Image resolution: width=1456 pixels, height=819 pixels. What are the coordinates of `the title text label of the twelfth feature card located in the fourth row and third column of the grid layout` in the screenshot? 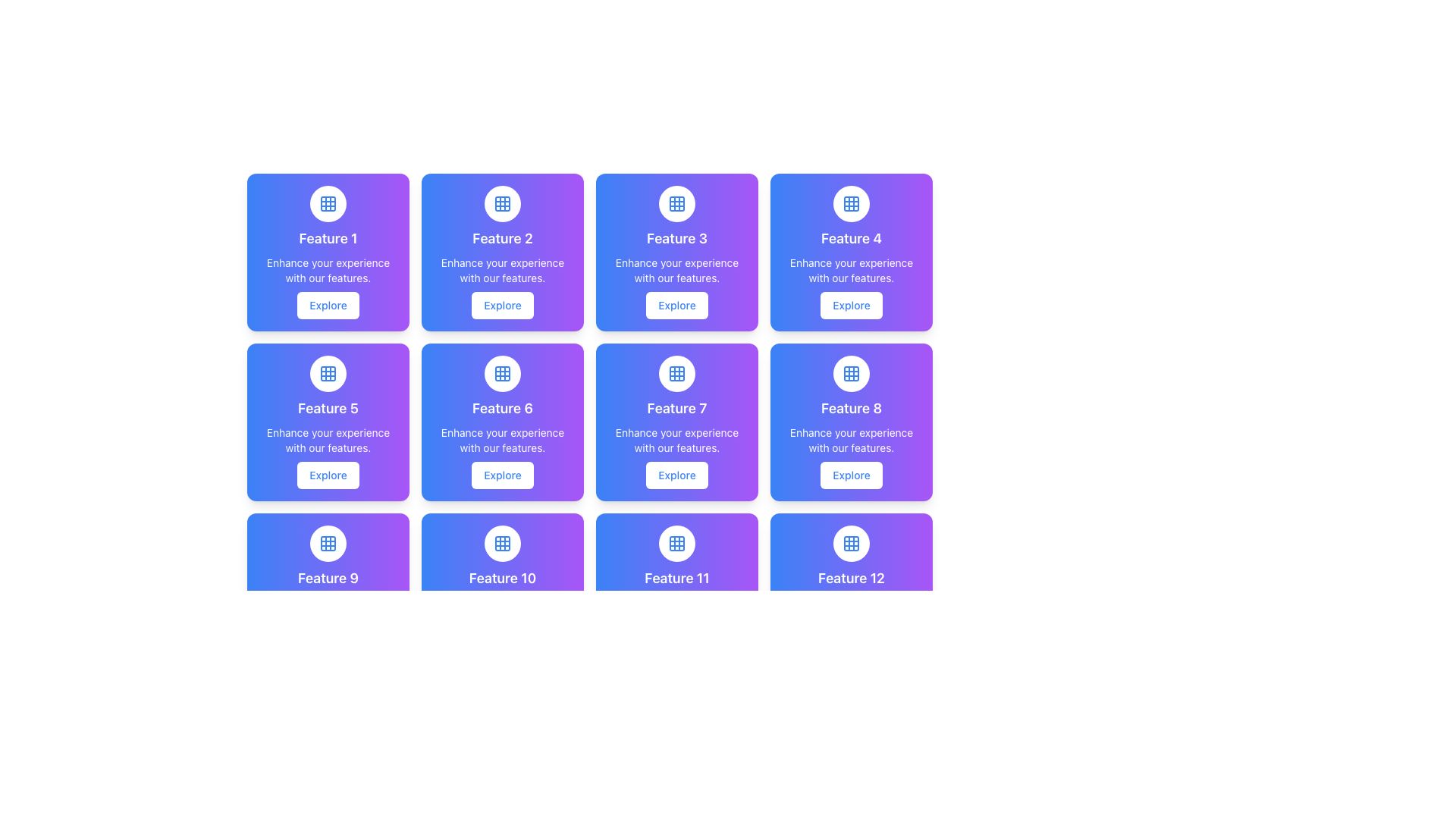 It's located at (852, 579).